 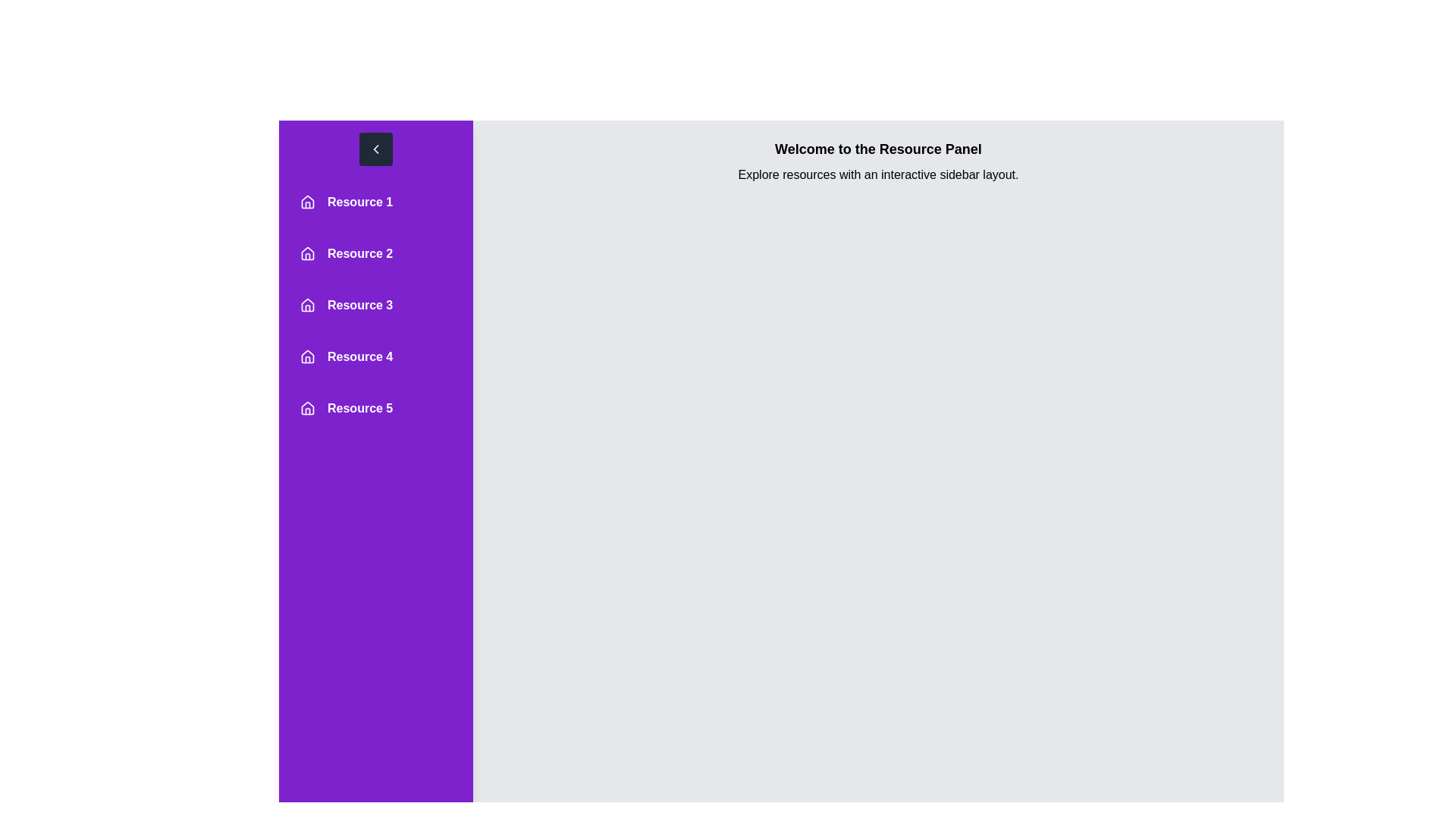 What do you see at coordinates (375, 149) in the screenshot?
I see `the toggle button to change the drawer's open/close state` at bounding box center [375, 149].